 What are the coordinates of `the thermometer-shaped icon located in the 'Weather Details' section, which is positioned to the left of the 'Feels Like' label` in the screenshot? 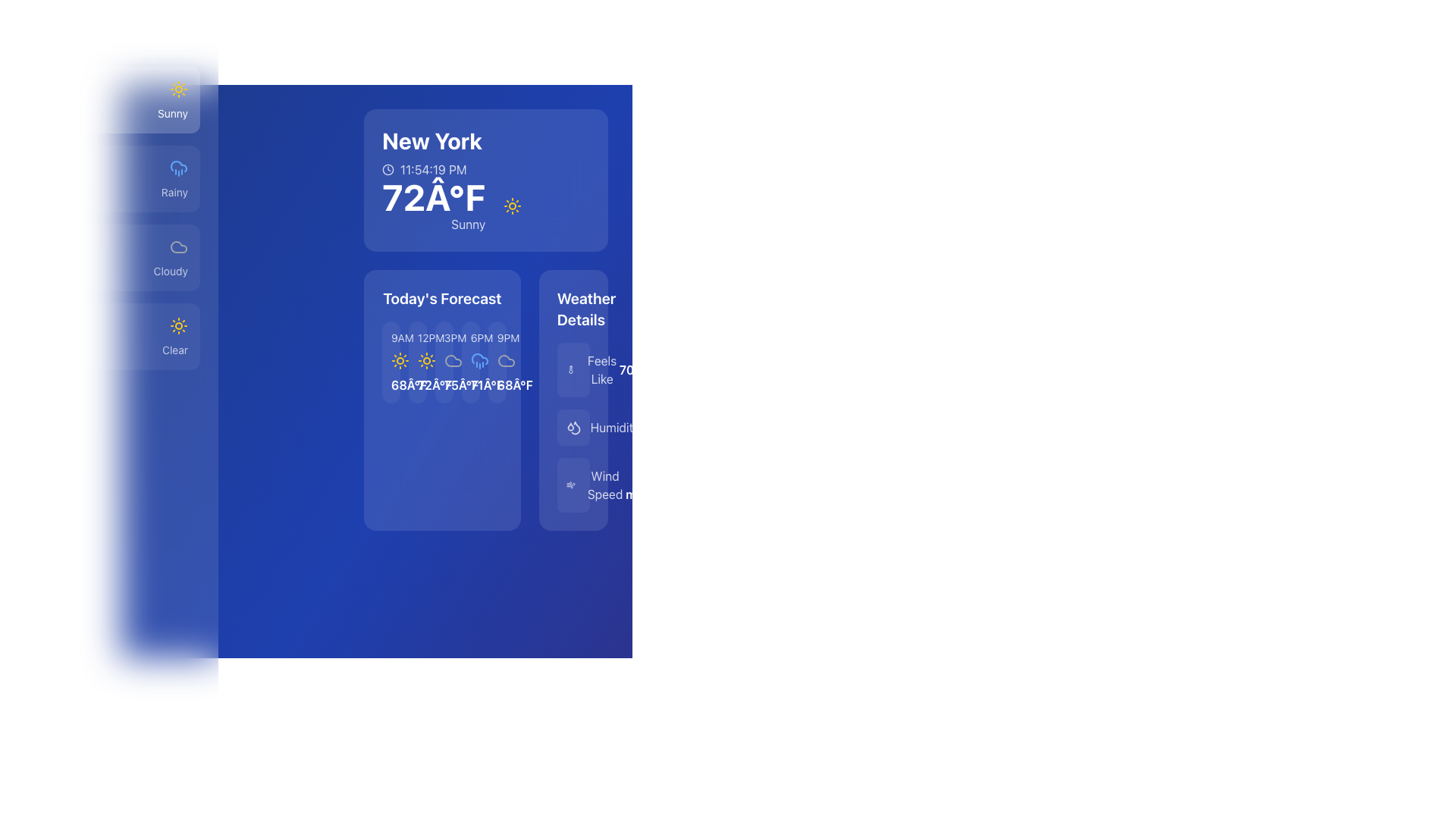 It's located at (573, 370).